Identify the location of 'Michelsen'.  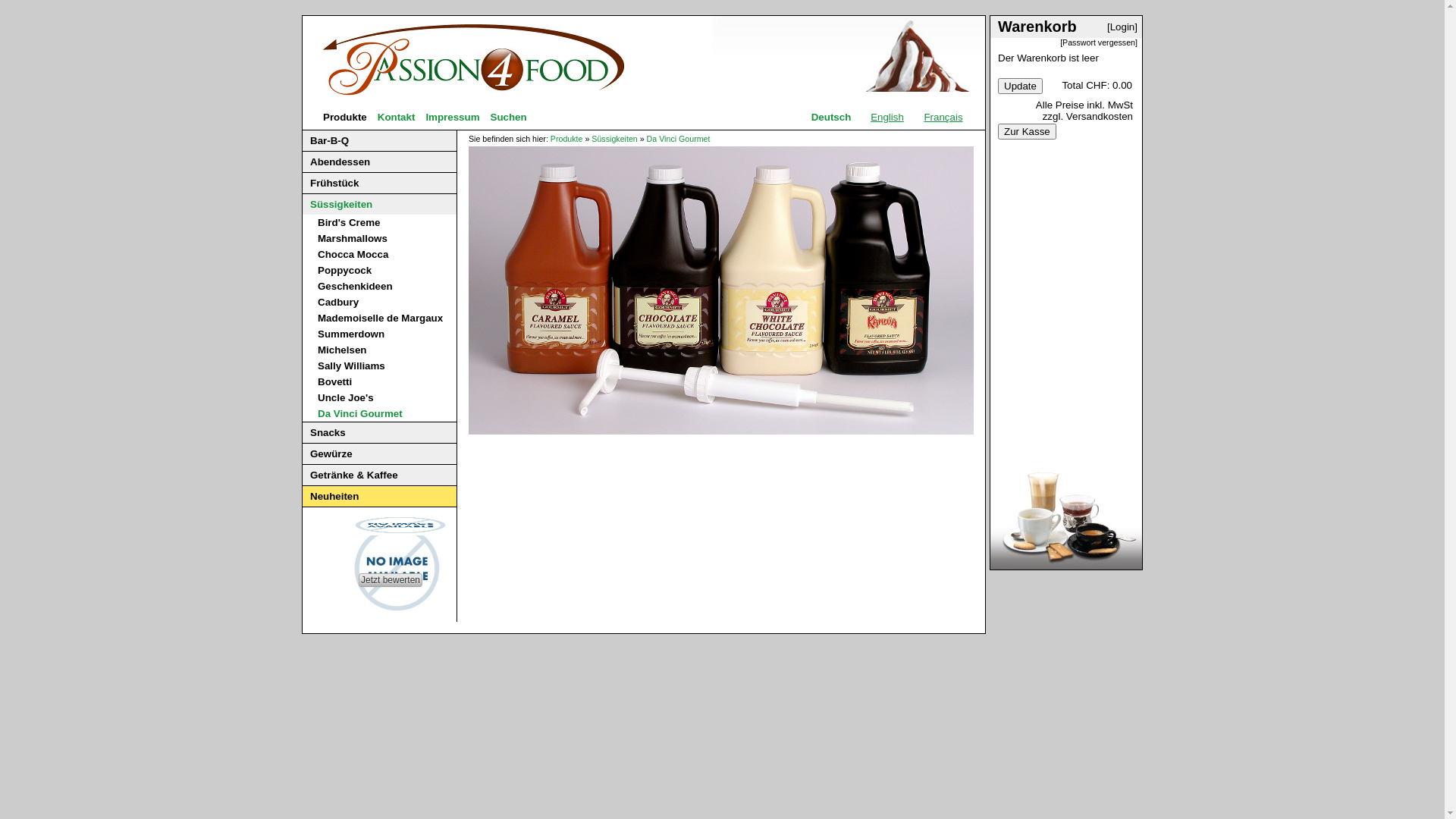
(341, 350).